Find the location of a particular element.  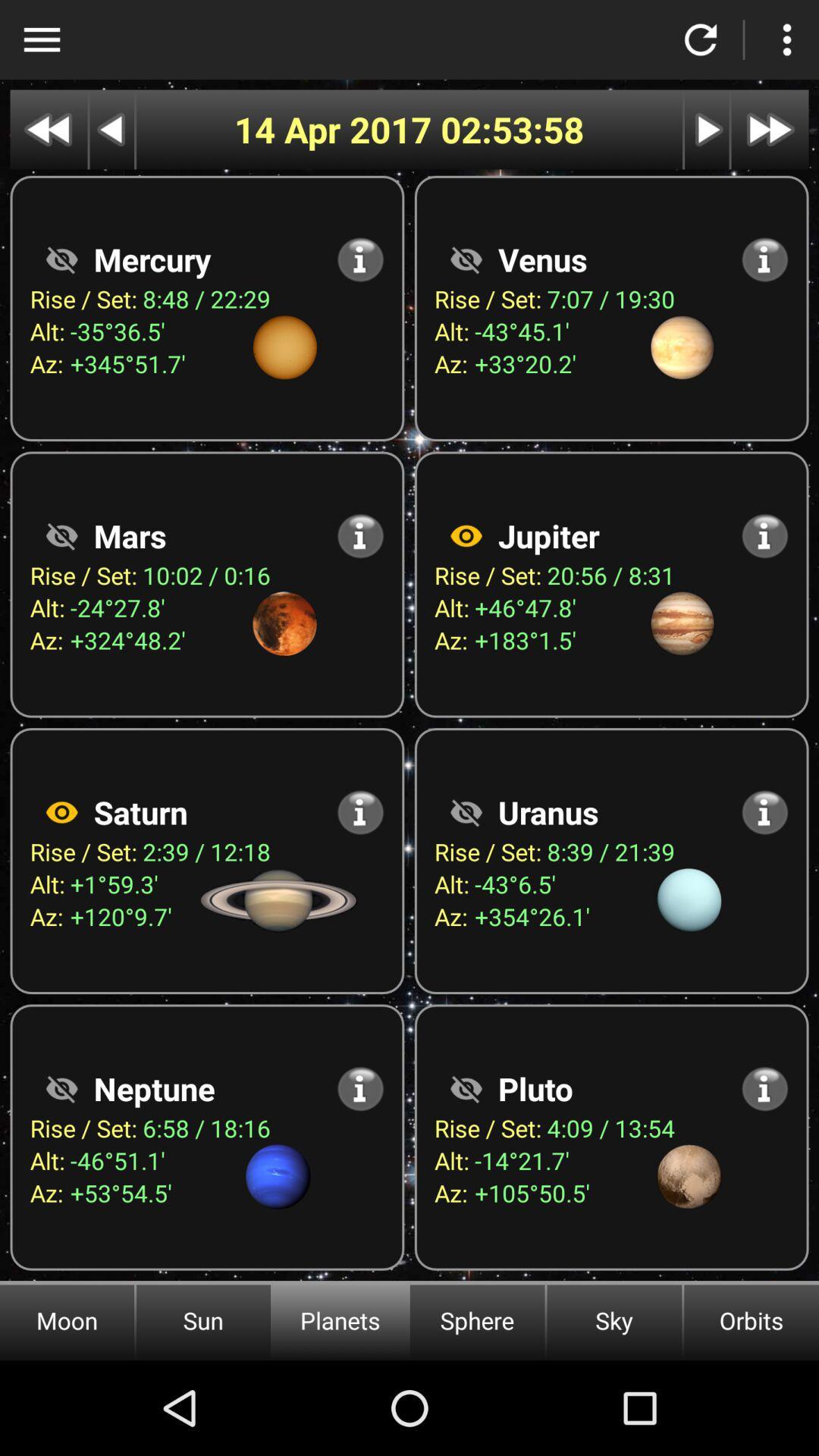

for info on saturn is located at coordinates (360, 811).